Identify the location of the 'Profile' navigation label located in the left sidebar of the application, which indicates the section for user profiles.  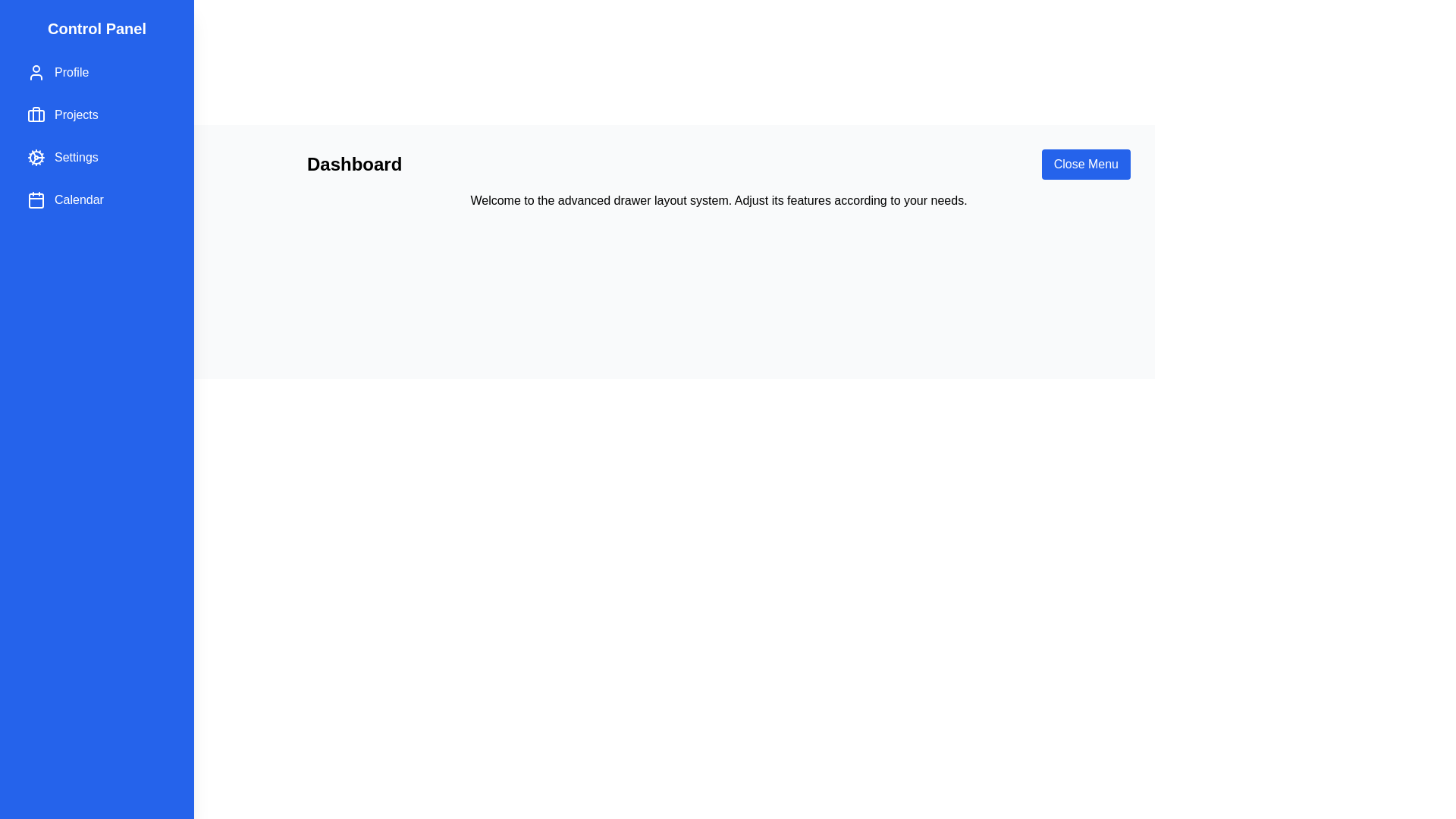
(71, 73).